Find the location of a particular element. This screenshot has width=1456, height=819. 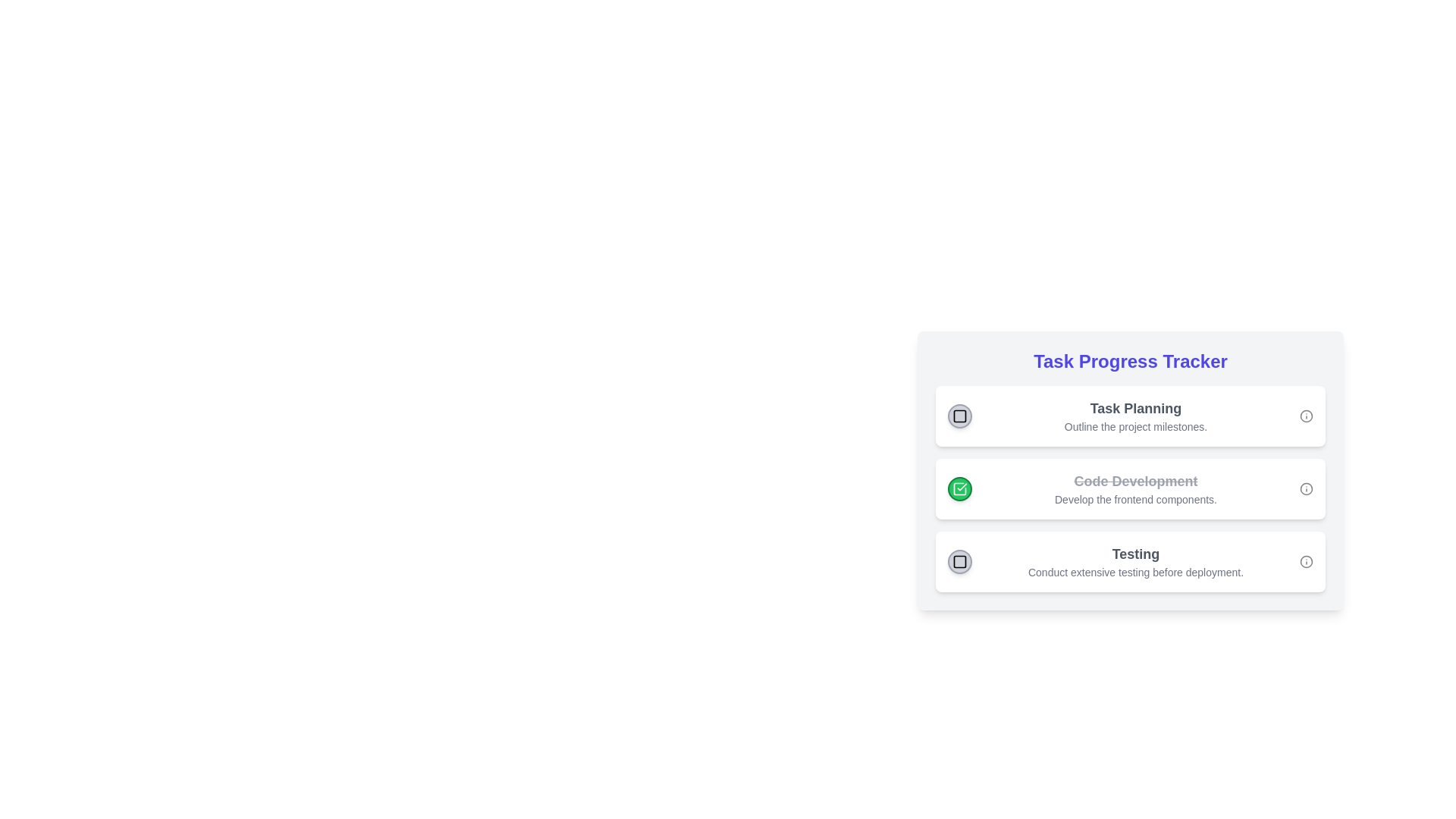

the text label displaying 'Testing', which is styled in bold and larger font, located on the third row of a vertical list in the task progress tracking component is located at coordinates (1135, 554).